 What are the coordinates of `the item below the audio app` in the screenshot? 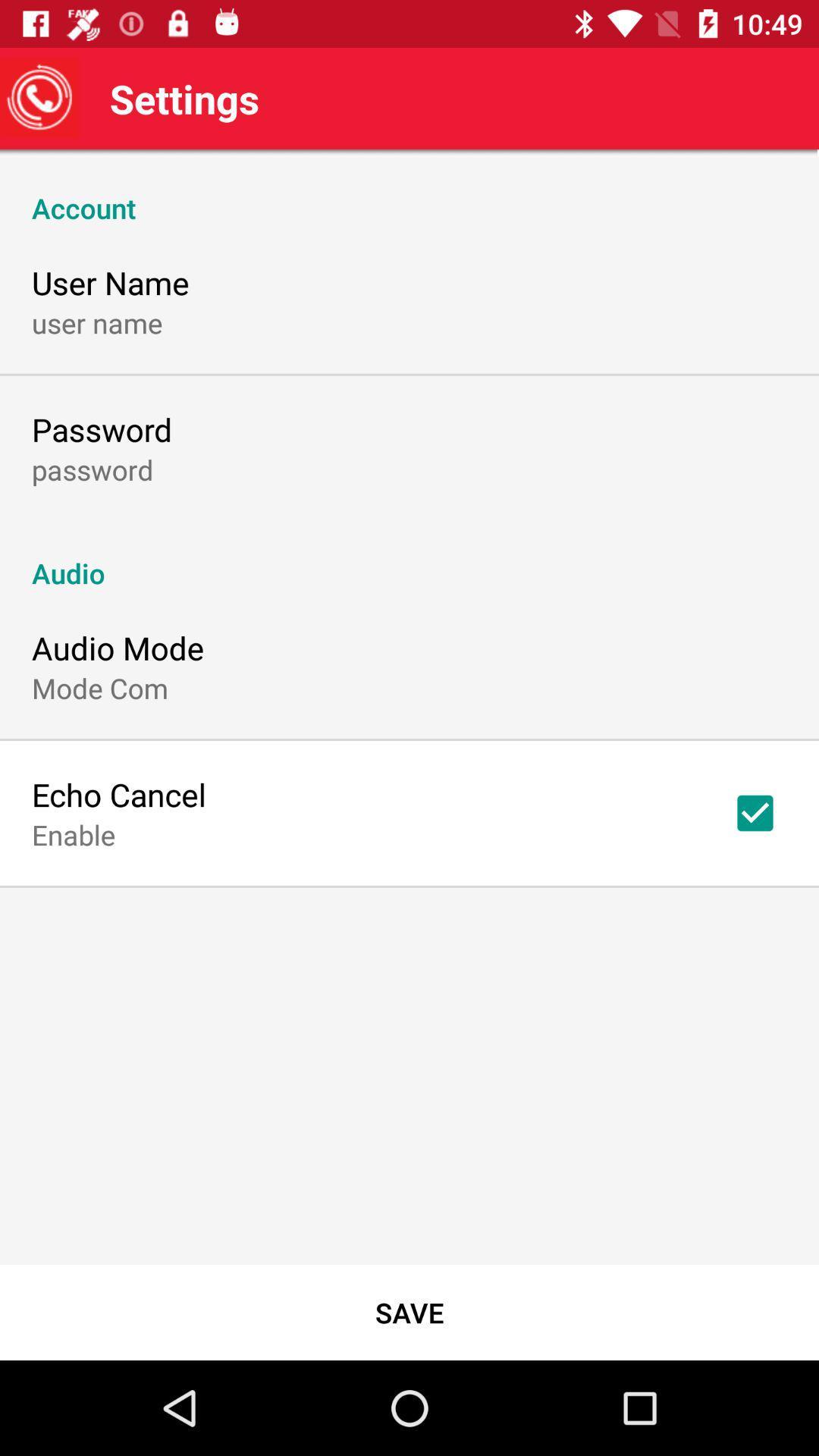 It's located at (755, 812).